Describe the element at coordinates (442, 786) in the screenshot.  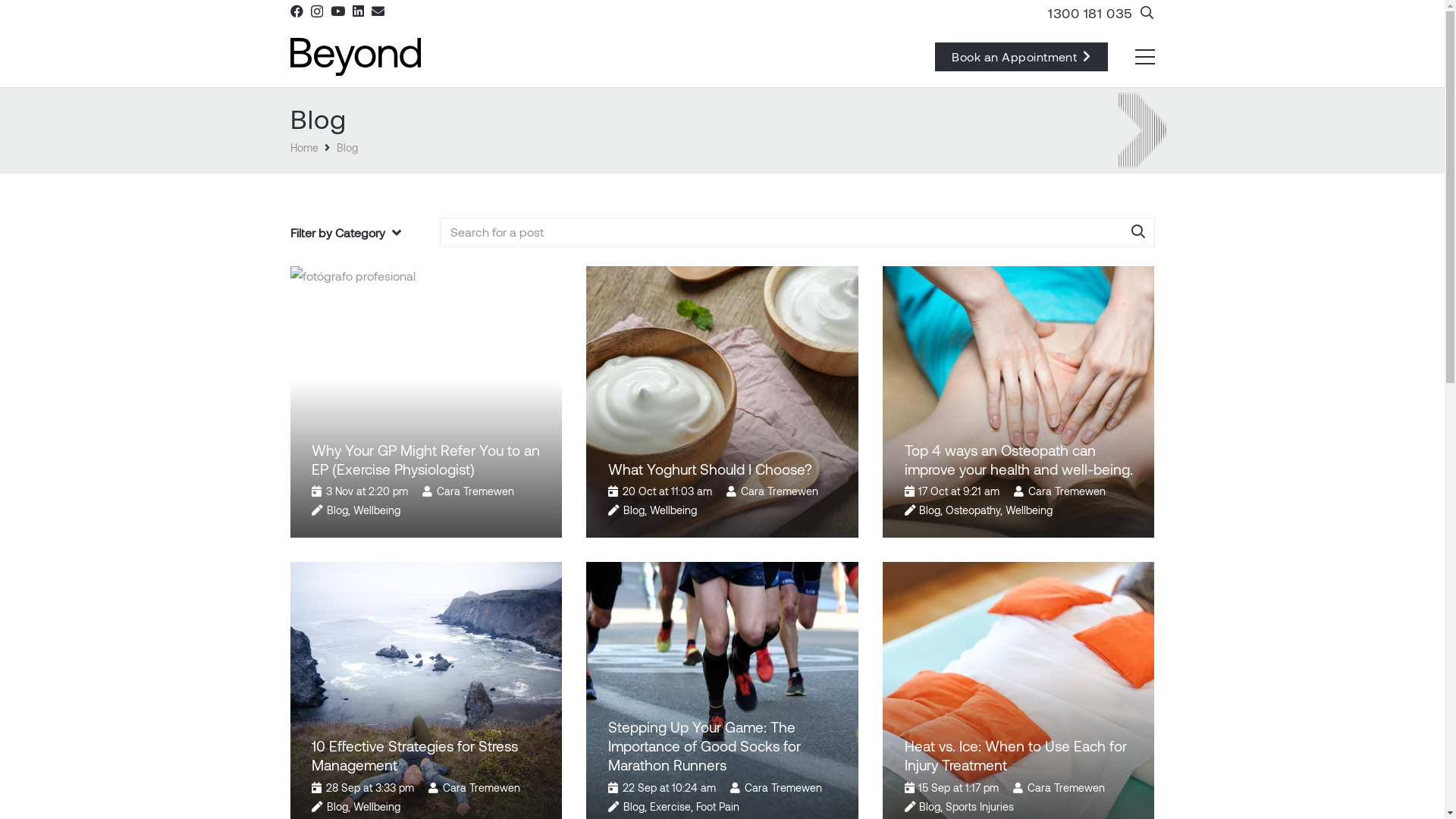
I see `'Cara Tremewen'` at that location.